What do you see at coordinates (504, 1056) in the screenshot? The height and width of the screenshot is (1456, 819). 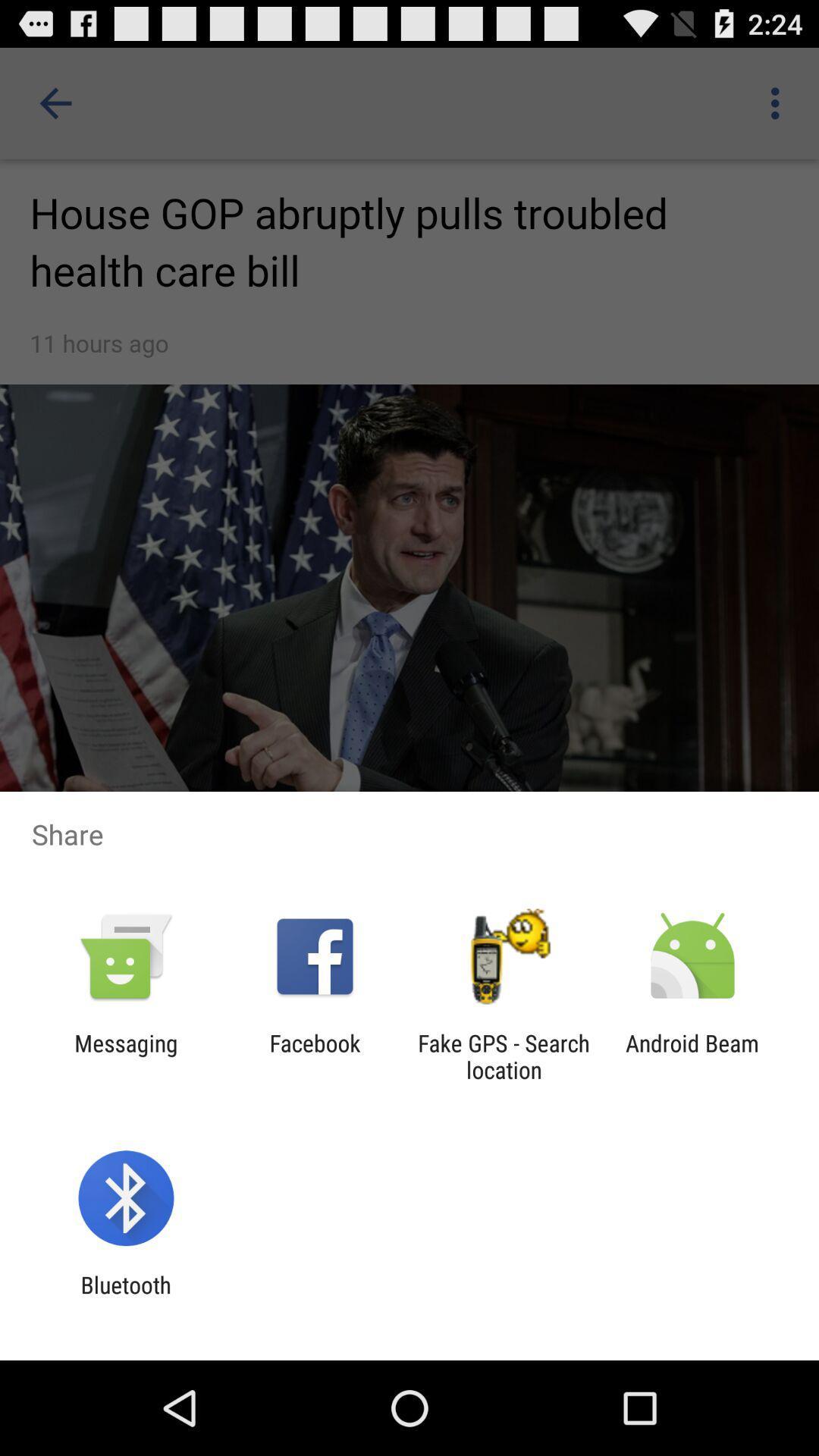 I see `fake gps search` at bounding box center [504, 1056].